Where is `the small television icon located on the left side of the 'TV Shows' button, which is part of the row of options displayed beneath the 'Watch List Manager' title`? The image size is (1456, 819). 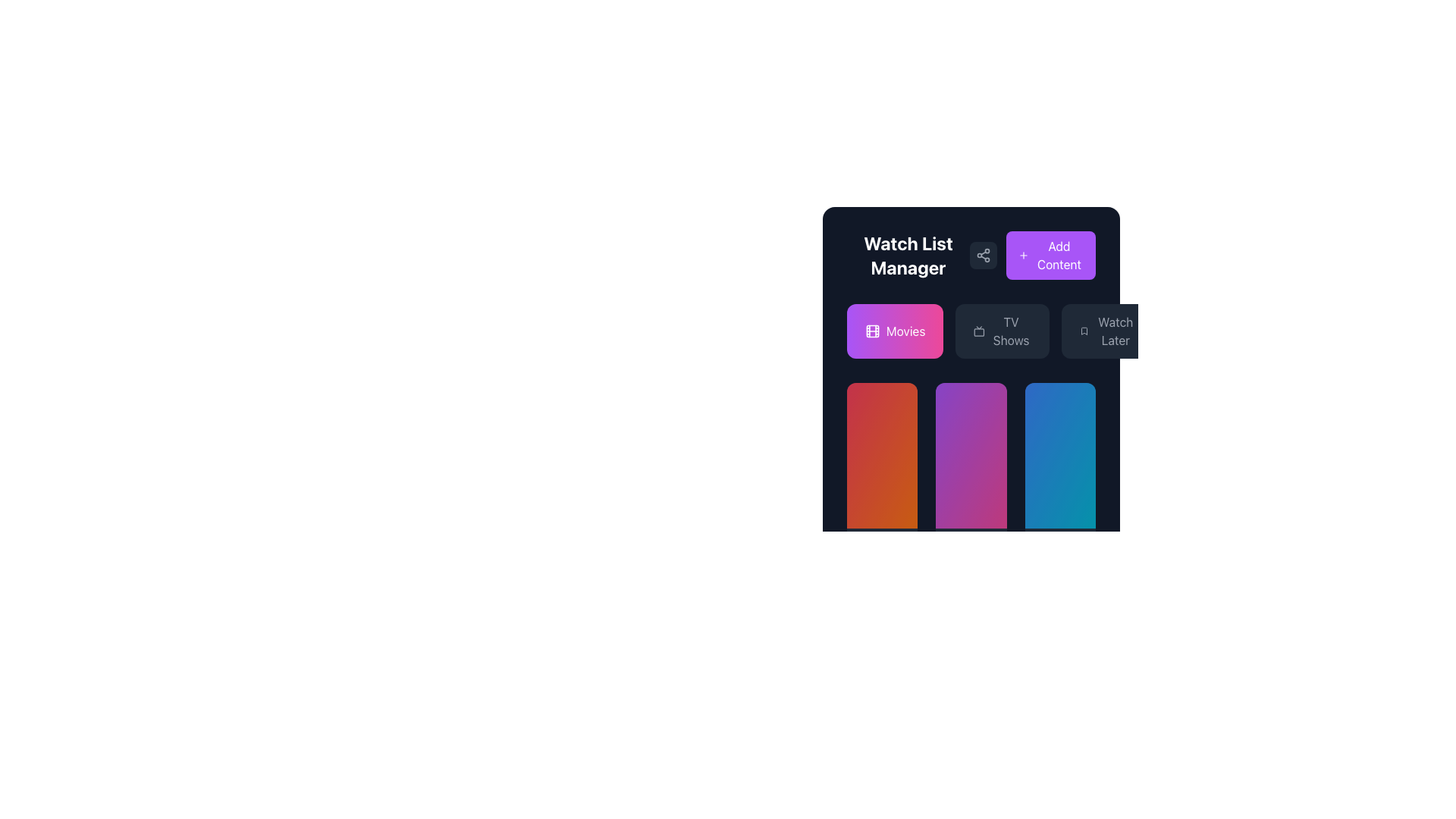
the small television icon located on the left side of the 'TV Shows' button, which is part of the row of options displayed beneath the 'Watch List Manager' title is located at coordinates (979, 330).